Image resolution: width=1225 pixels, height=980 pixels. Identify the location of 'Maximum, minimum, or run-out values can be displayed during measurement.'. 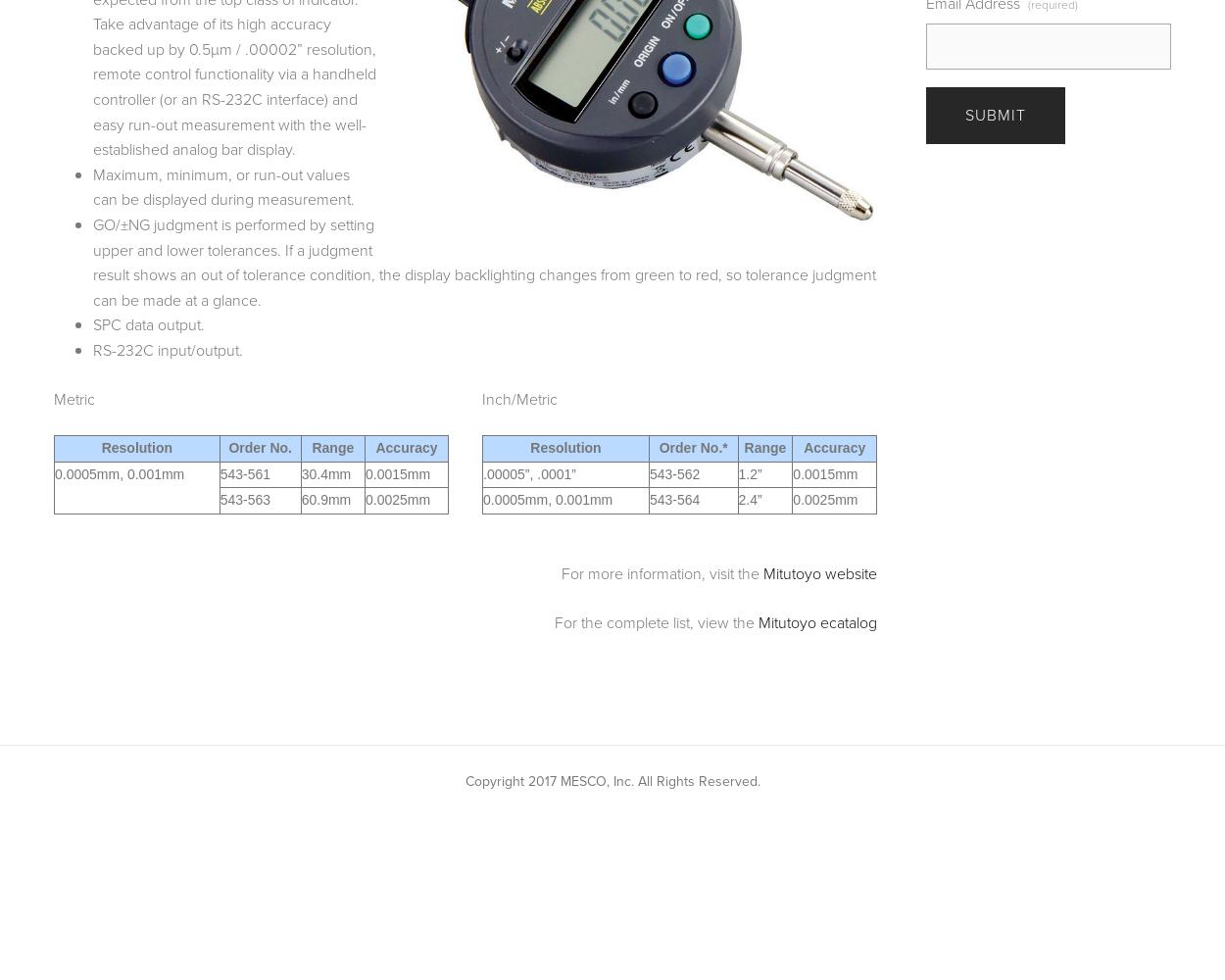
(222, 185).